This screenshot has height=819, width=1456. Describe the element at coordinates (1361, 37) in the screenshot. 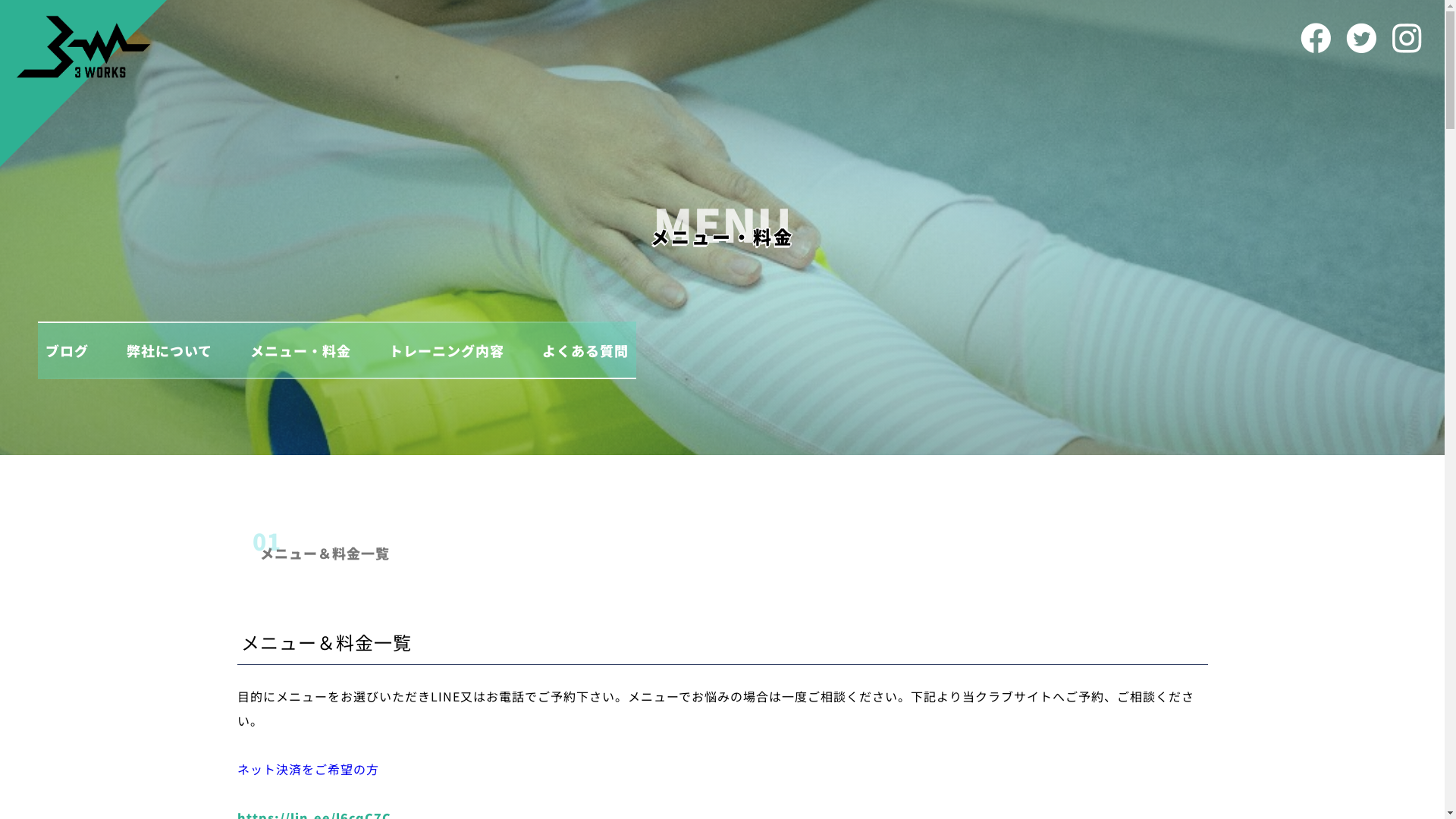

I see `'Twitter'` at that location.